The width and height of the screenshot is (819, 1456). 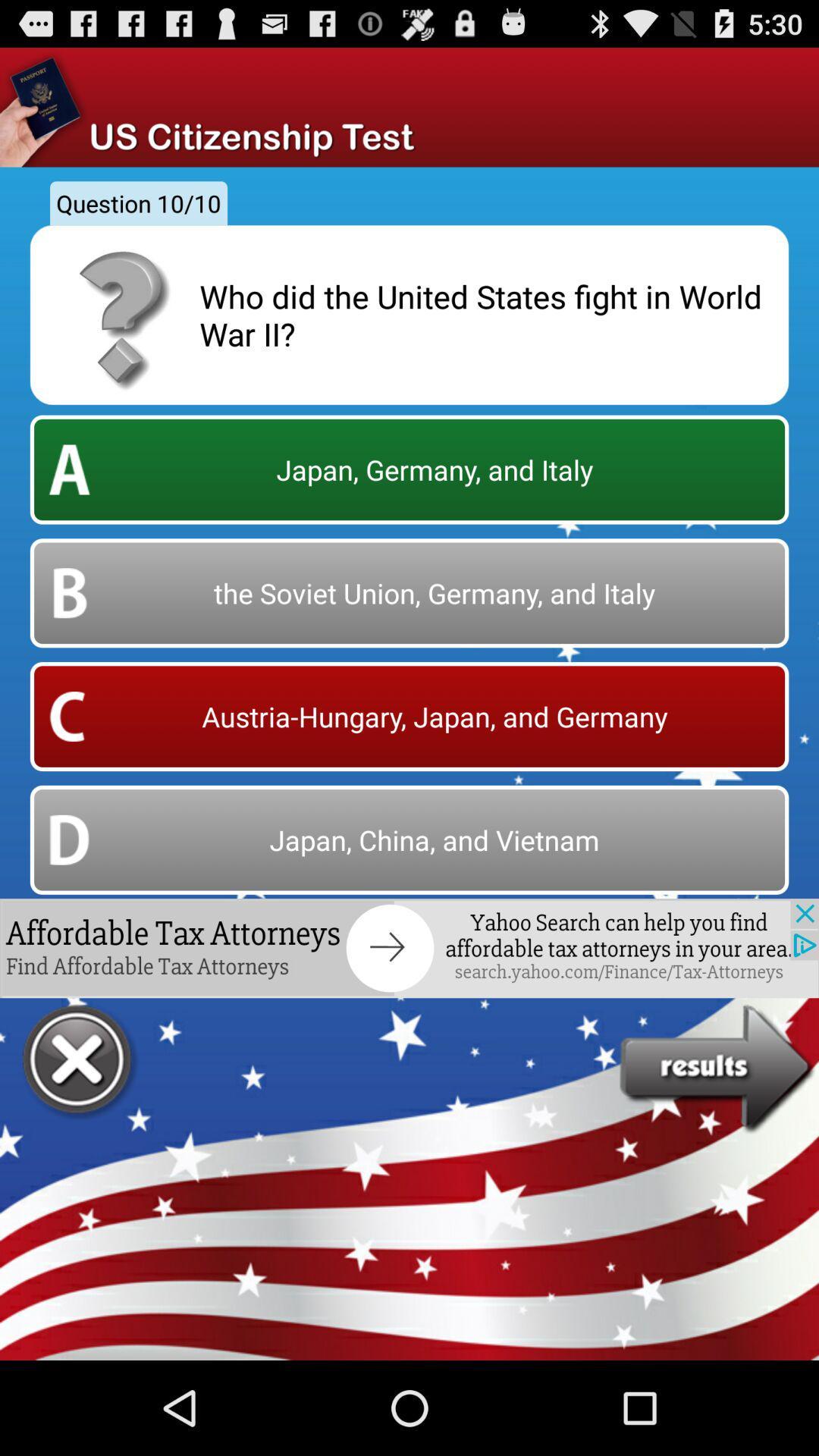 I want to click on result button, so click(x=718, y=1068).